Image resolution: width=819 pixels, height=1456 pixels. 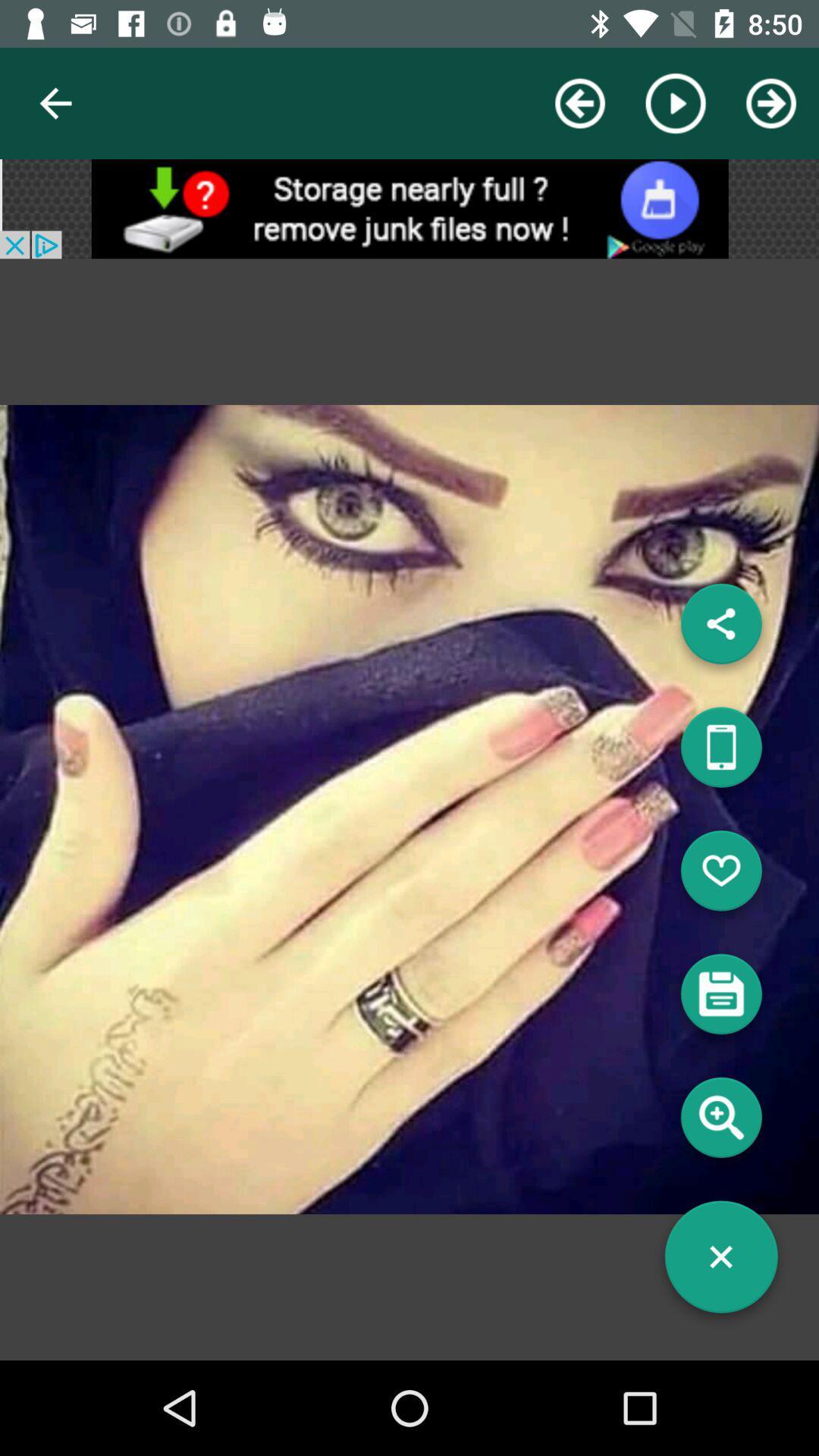 What do you see at coordinates (720, 753) in the screenshot?
I see `share button` at bounding box center [720, 753].